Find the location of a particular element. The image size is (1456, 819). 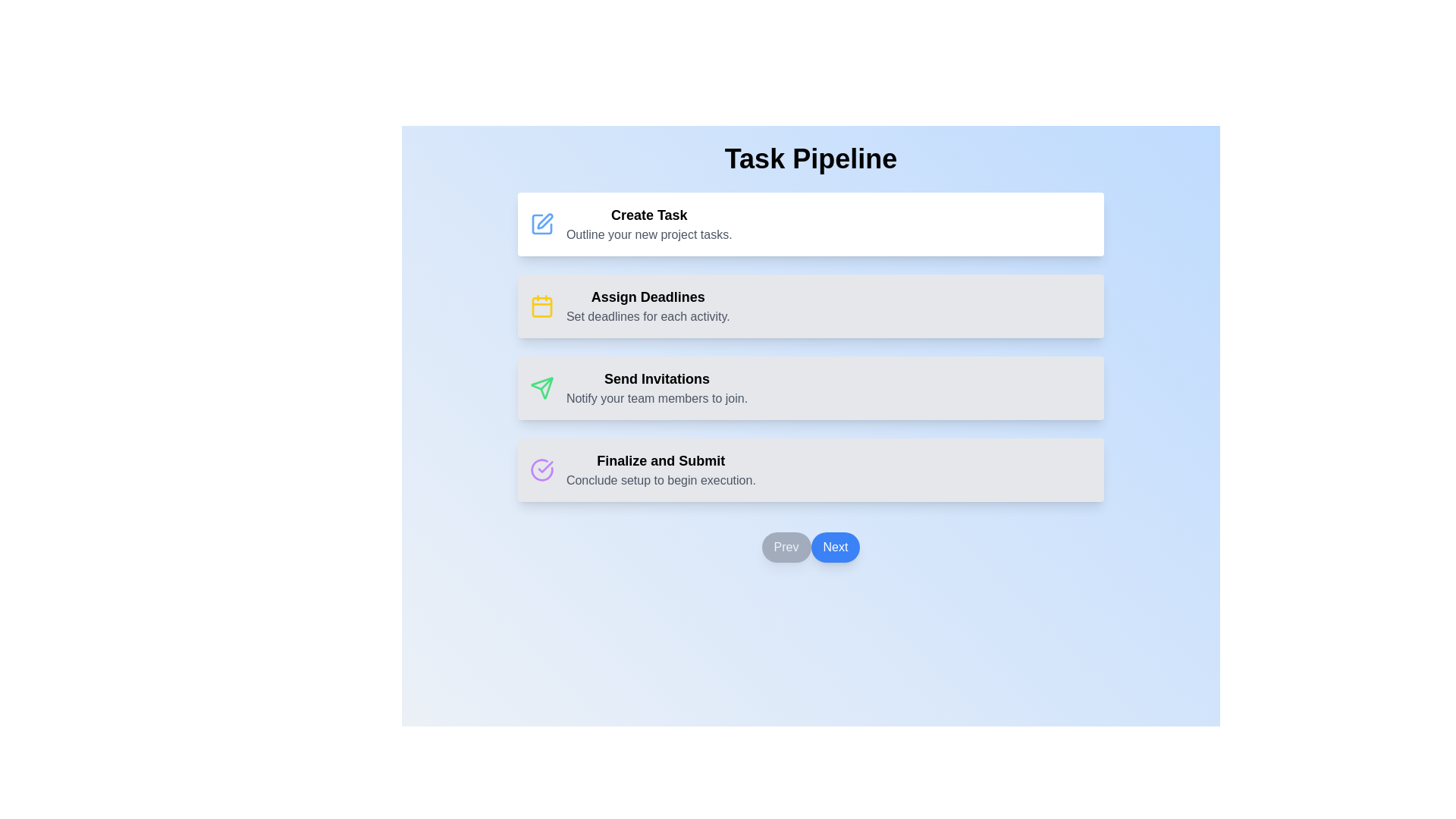

the checked state icon, which is a subcomponent of a larger circular checkmark icon located near the bottom-right corner of the interface is located at coordinates (545, 466).